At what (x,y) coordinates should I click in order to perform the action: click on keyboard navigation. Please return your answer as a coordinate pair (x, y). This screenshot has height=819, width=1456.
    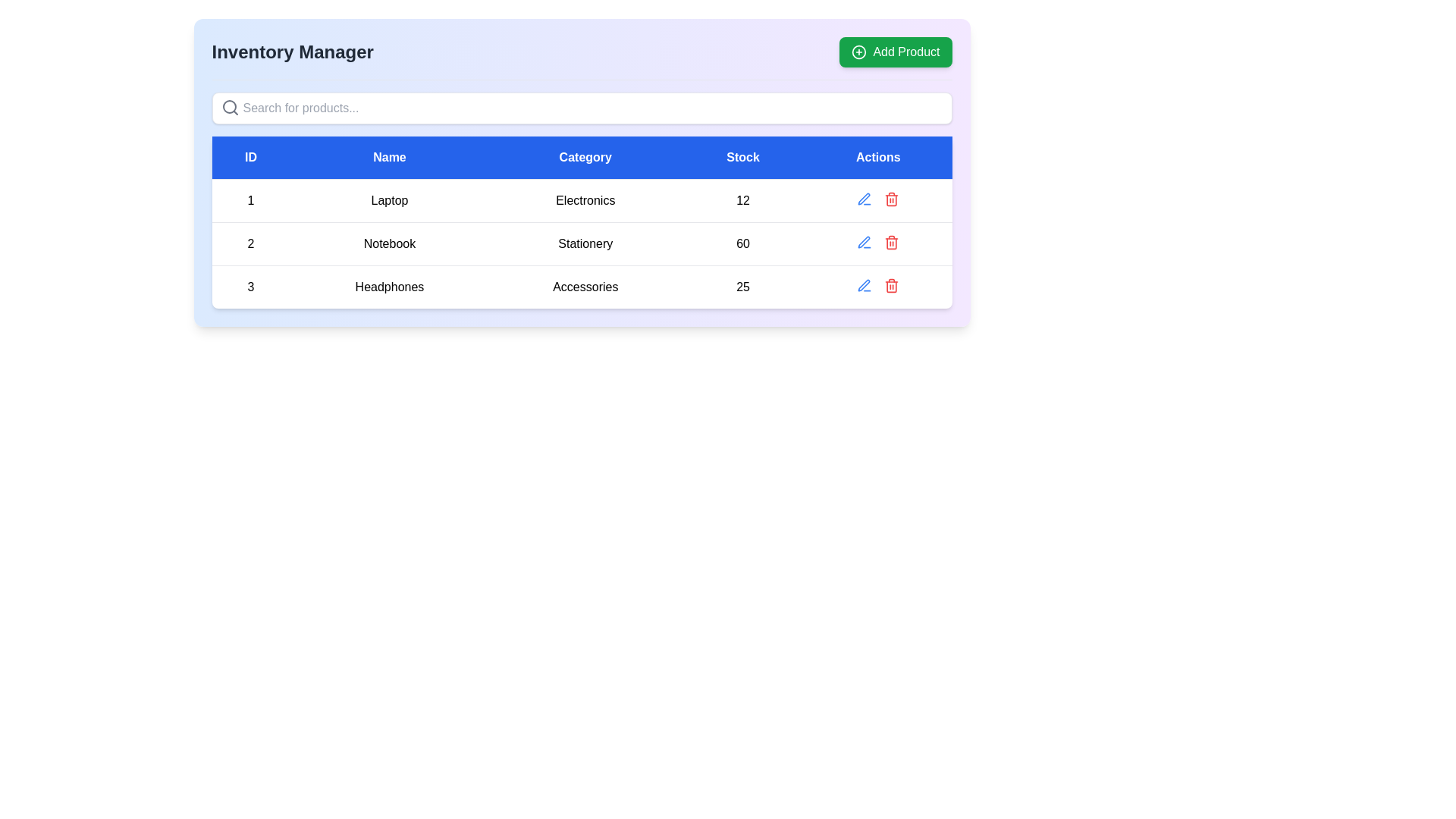
    Looking at the image, I should click on (896, 52).